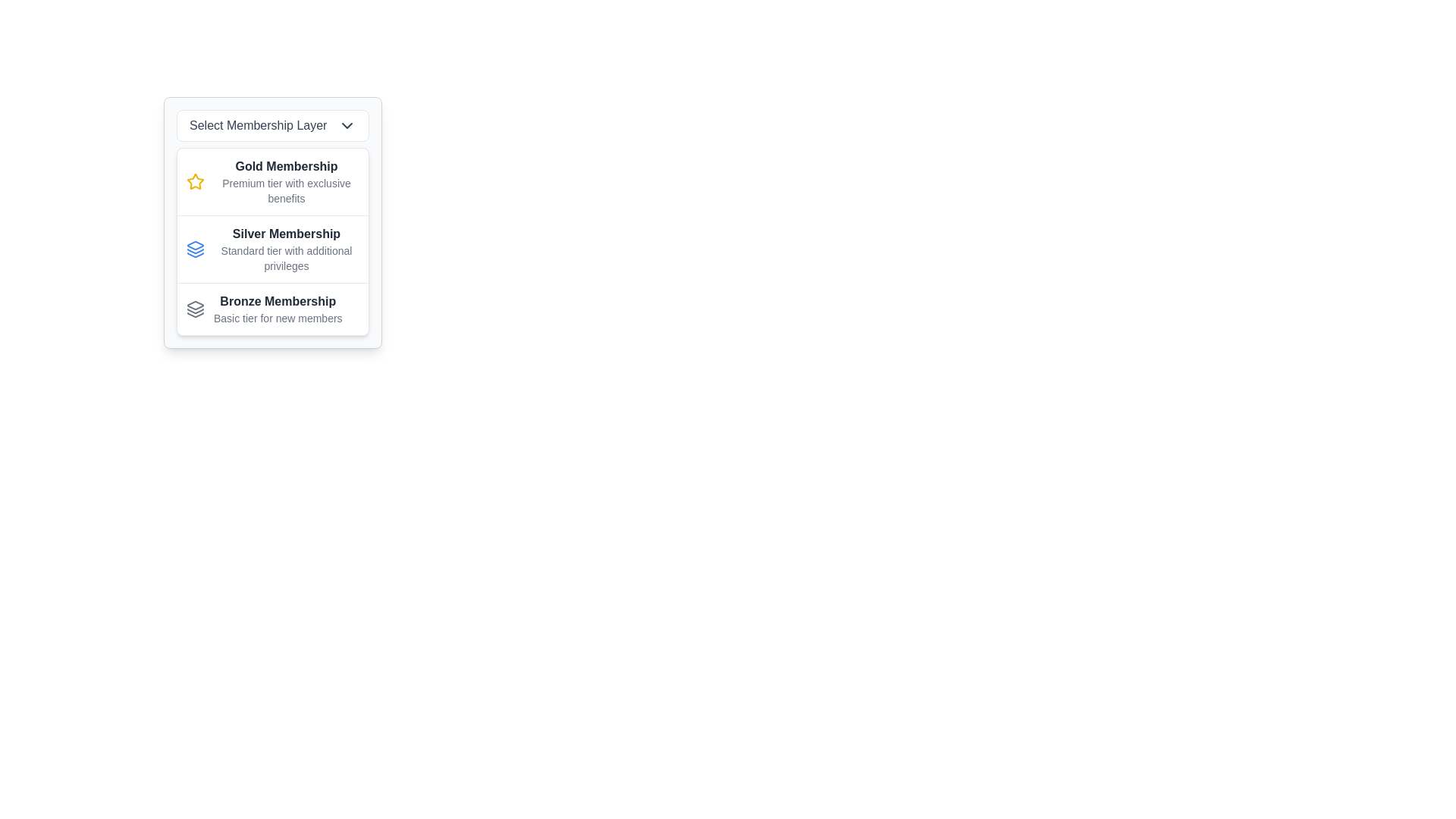 The width and height of the screenshot is (1456, 819). I want to click on the descriptive text label that provides information about the 'Silver Membership' option, located directly below the 'Silver Membership' title, so click(287, 257).